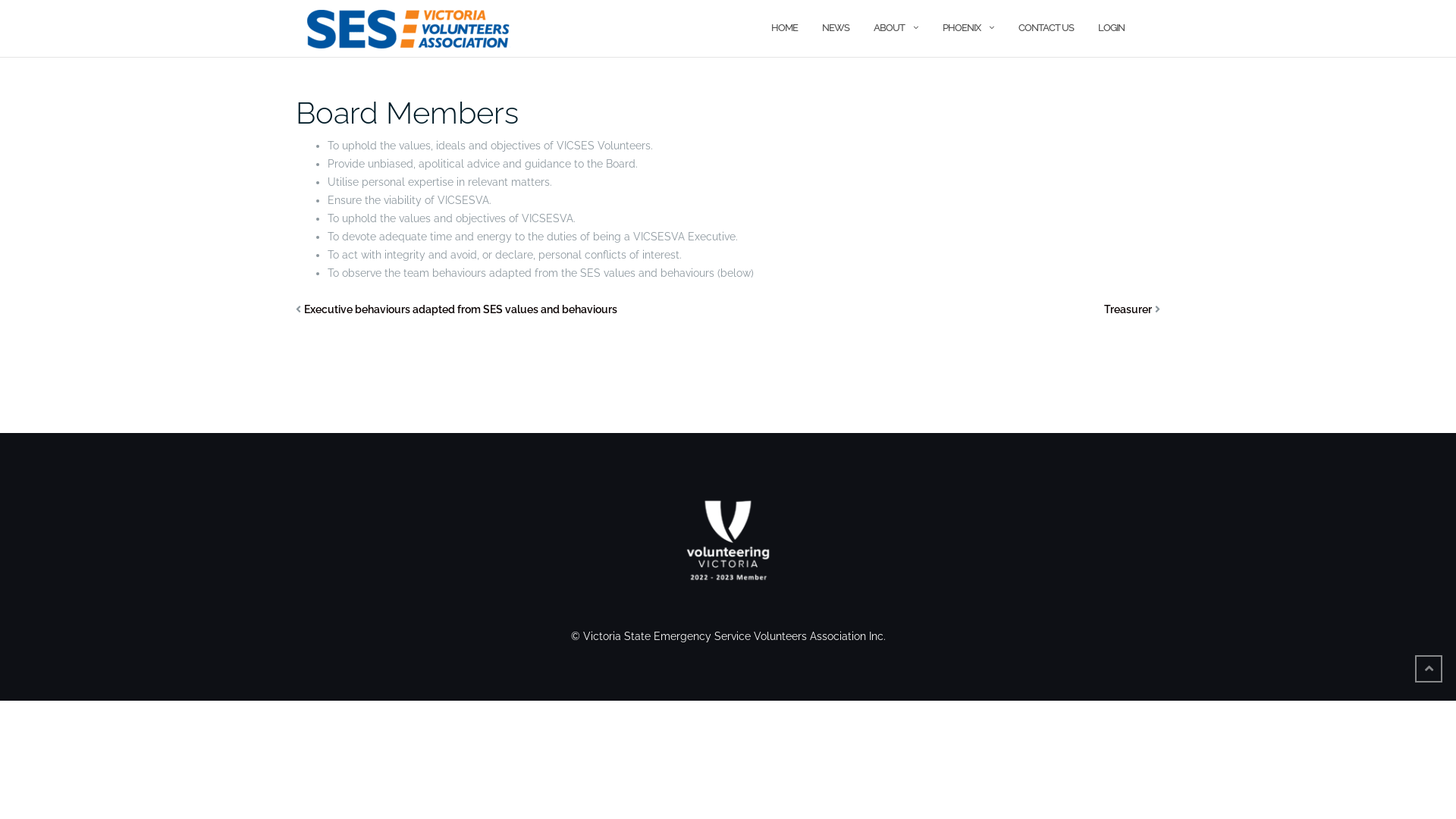  I want to click on 'HOME', so click(784, 28).